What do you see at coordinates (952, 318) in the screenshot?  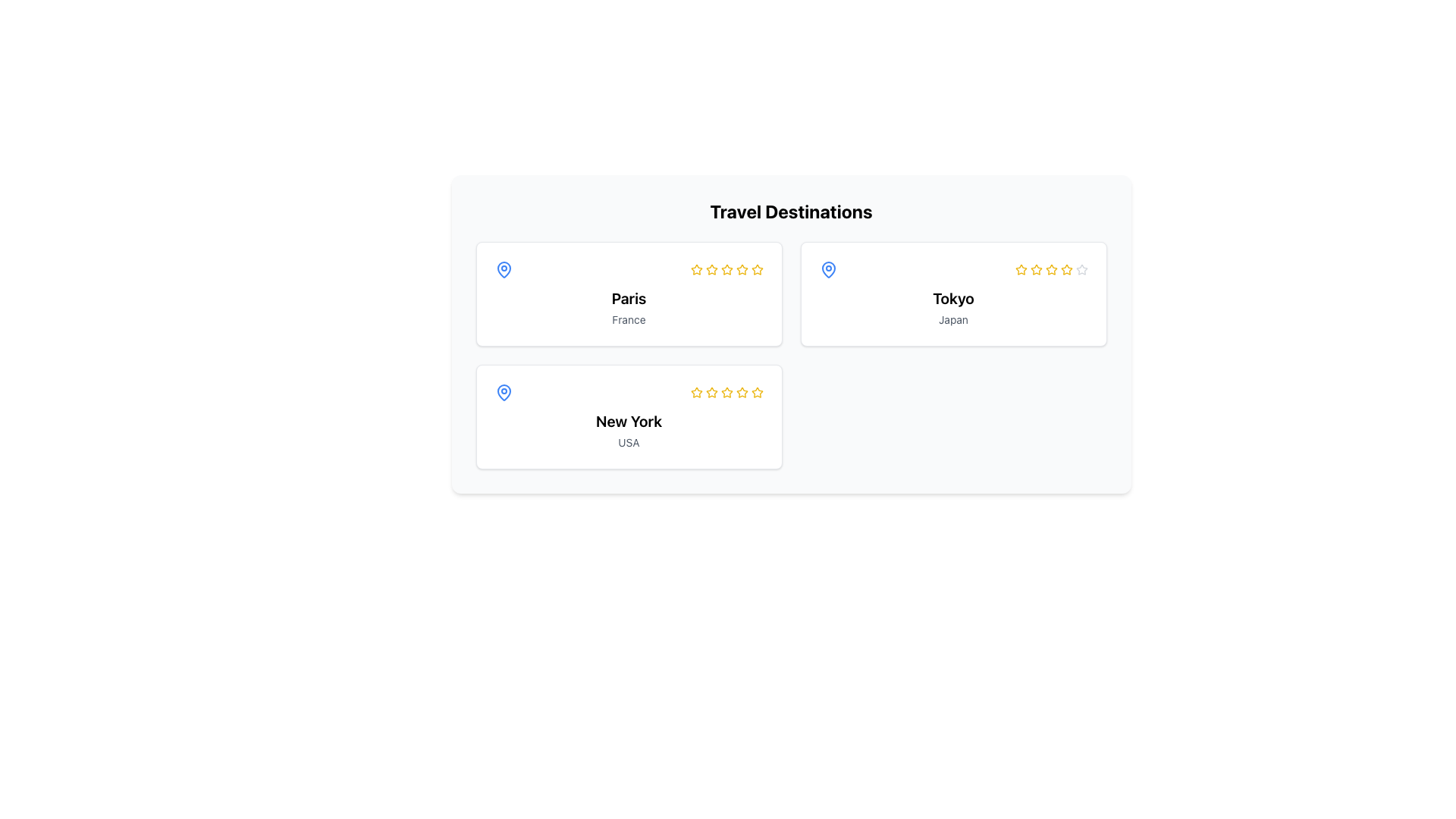 I see `the descriptive label displaying 'Japan' located below the 'Tokyo' title in the bottom section of the card` at bounding box center [952, 318].